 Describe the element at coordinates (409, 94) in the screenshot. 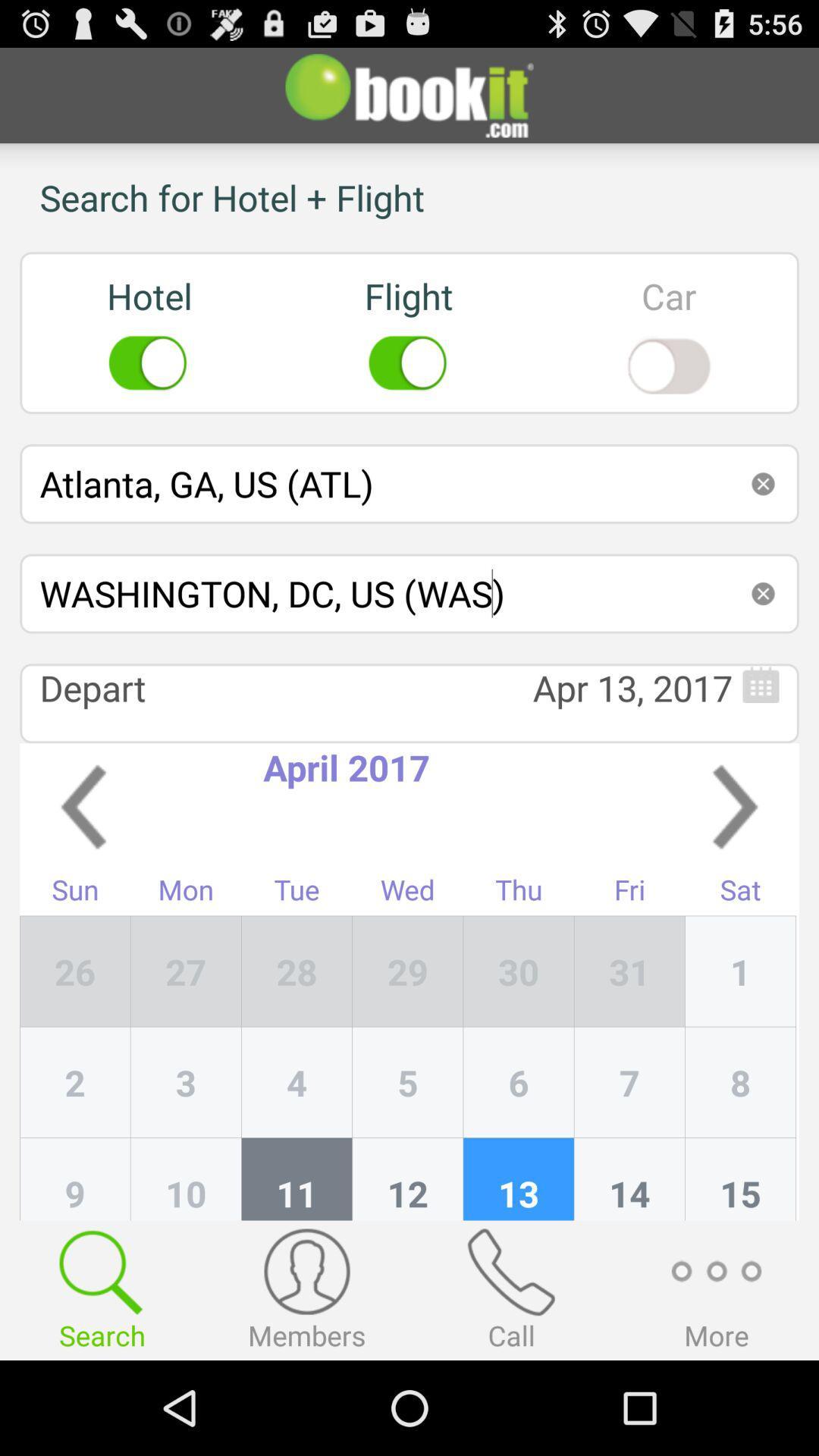

I see `item above search for hotel item` at that location.